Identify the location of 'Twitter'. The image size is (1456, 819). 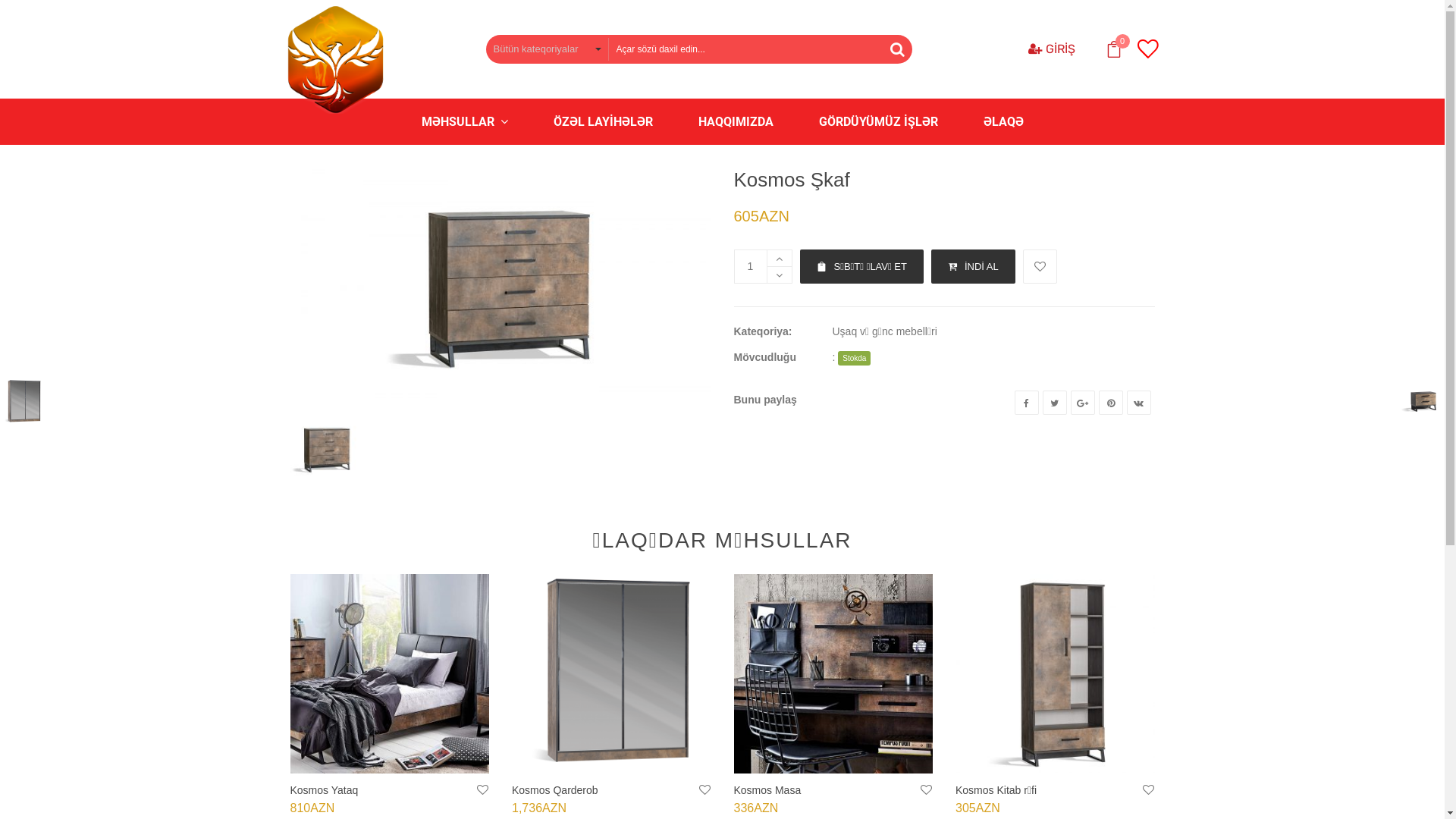
(1040, 402).